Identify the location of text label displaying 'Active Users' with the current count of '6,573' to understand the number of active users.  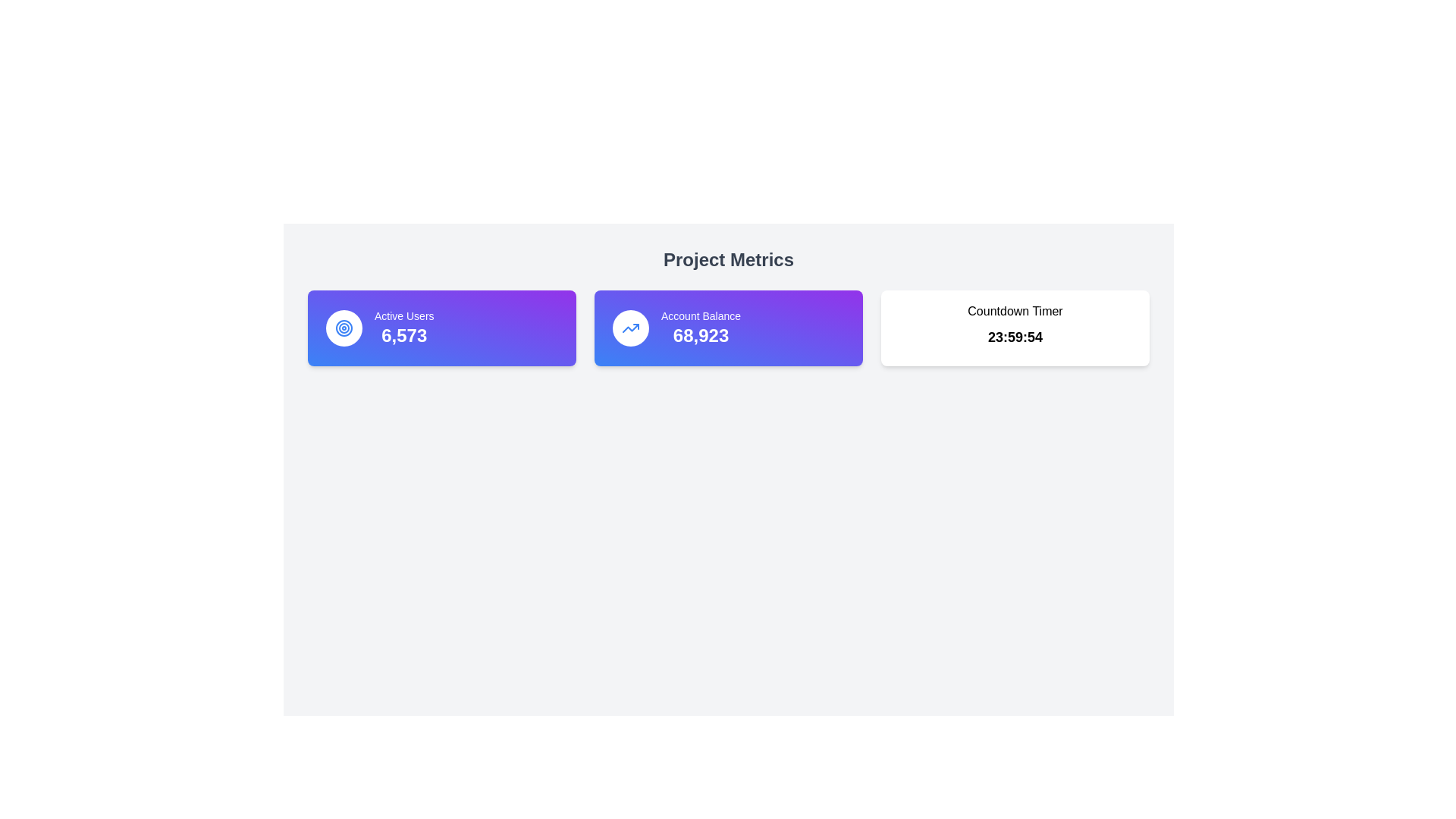
(404, 327).